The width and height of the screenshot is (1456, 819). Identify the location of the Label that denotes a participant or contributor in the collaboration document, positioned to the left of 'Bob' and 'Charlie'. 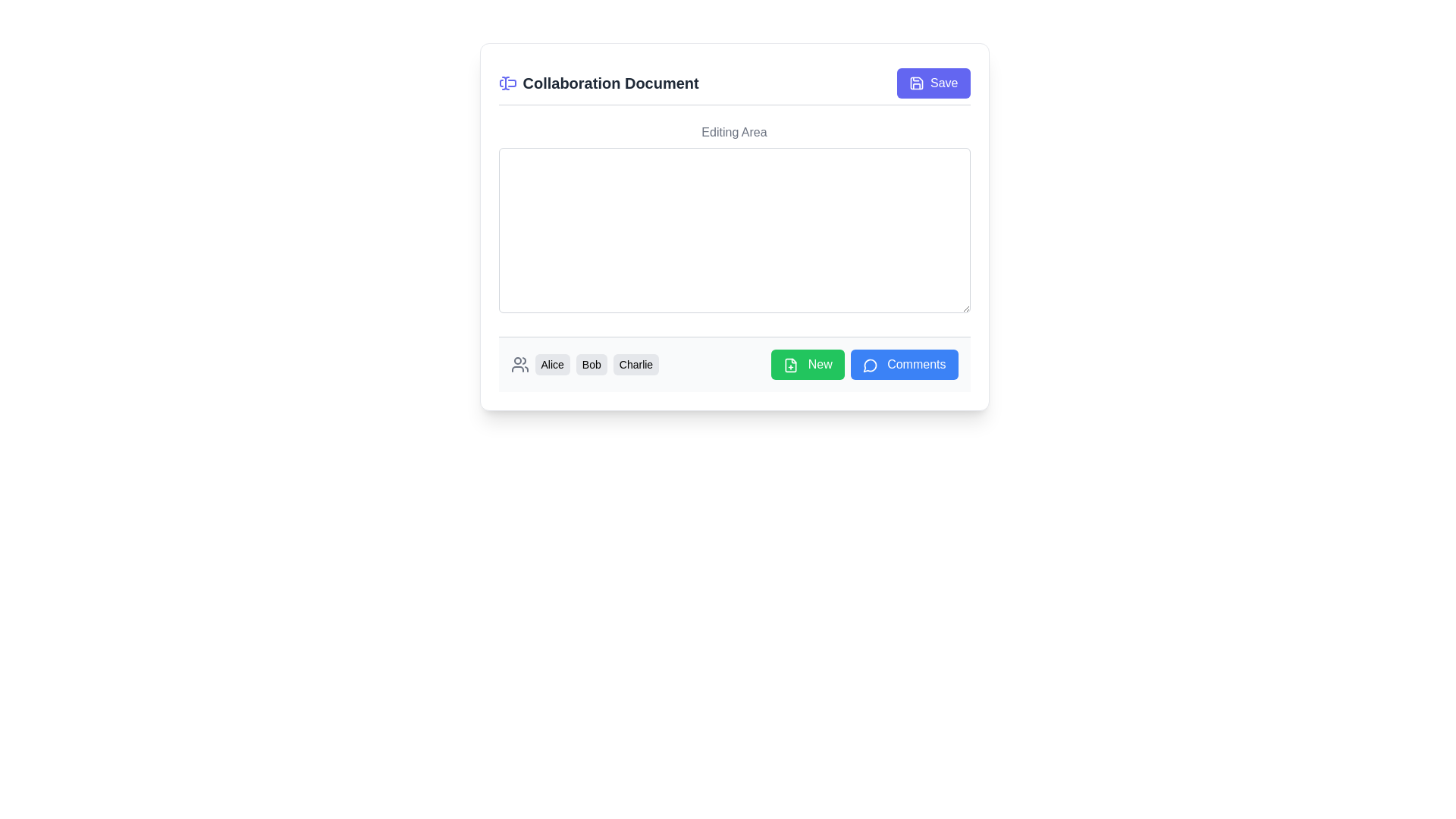
(551, 365).